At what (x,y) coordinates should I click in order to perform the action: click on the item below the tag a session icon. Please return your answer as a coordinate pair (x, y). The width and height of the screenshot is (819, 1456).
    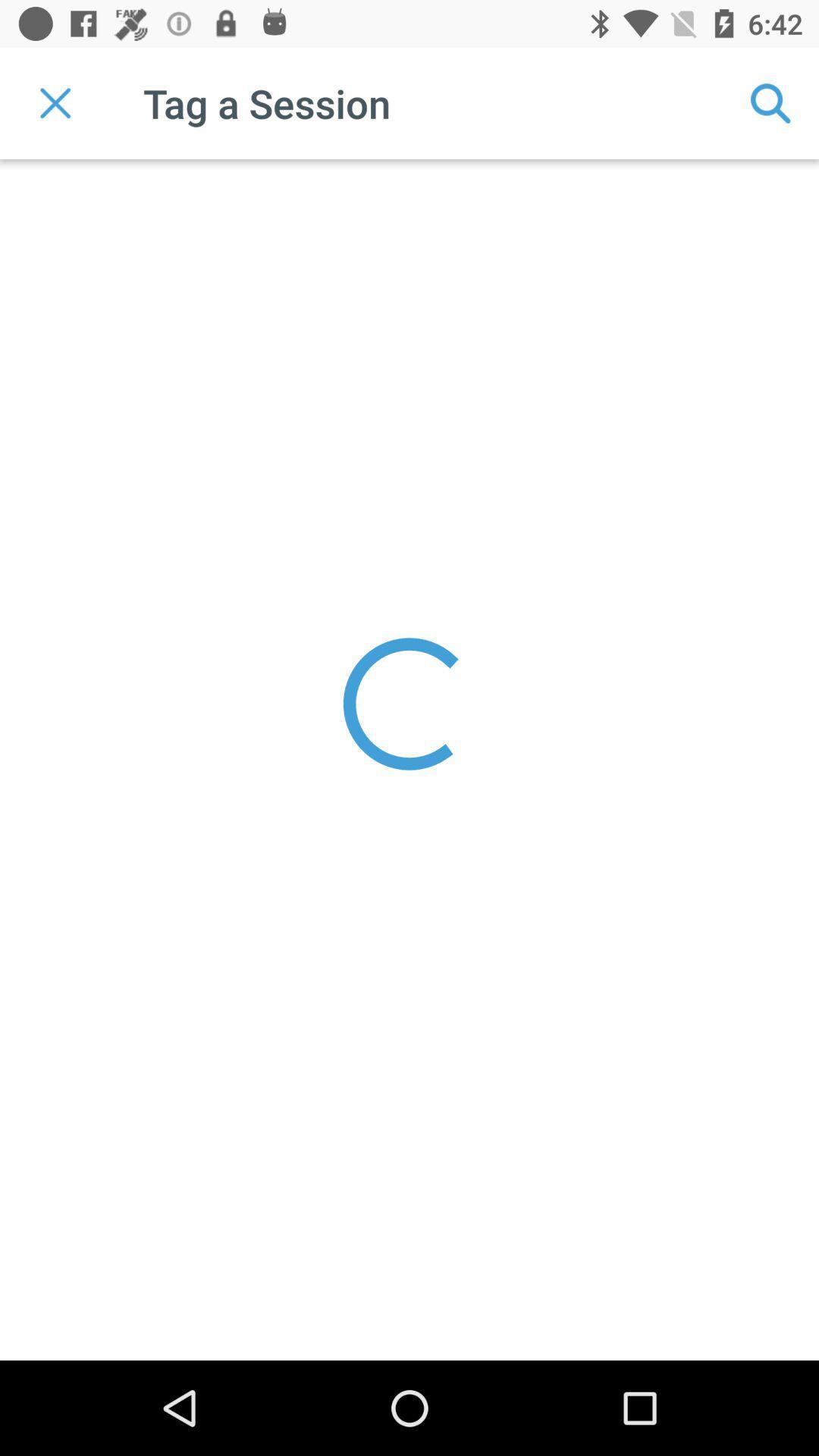
    Looking at the image, I should click on (409, 703).